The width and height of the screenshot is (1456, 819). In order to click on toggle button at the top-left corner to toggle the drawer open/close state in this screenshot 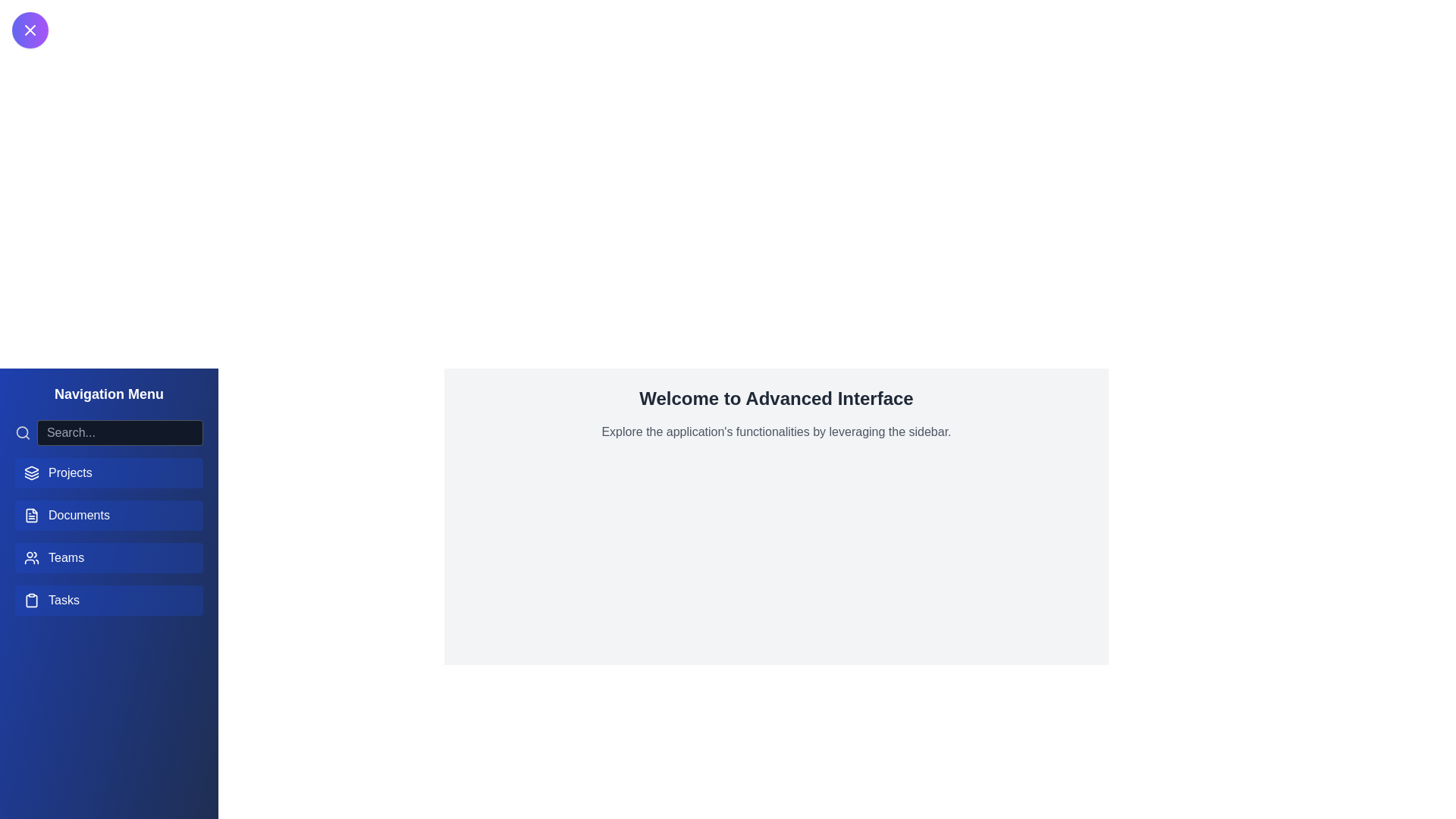, I will do `click(30, 30)`.